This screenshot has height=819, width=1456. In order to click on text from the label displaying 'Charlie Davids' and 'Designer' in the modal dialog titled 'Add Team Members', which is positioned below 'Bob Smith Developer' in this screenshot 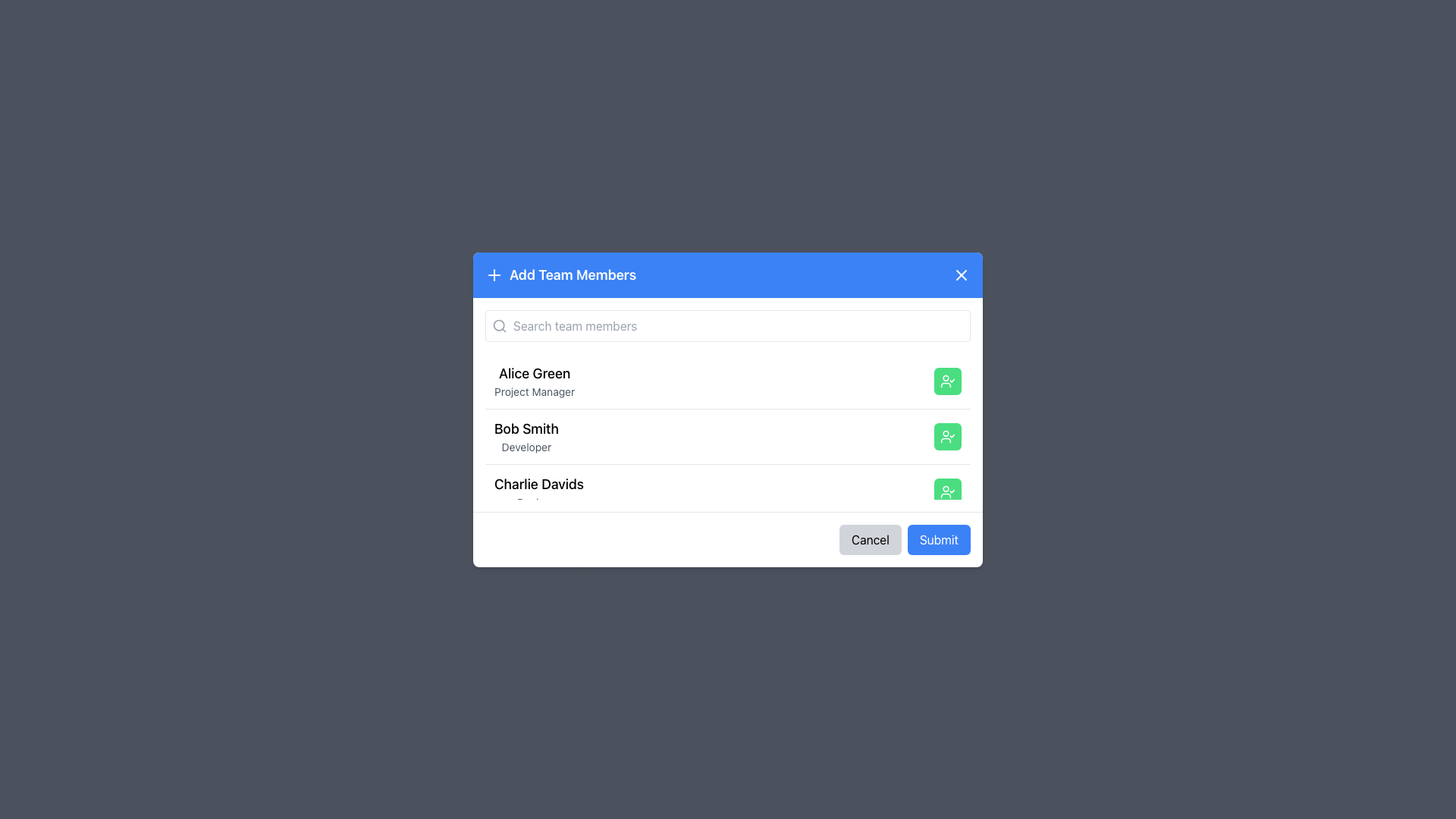, I will do `click(538, 491)`.